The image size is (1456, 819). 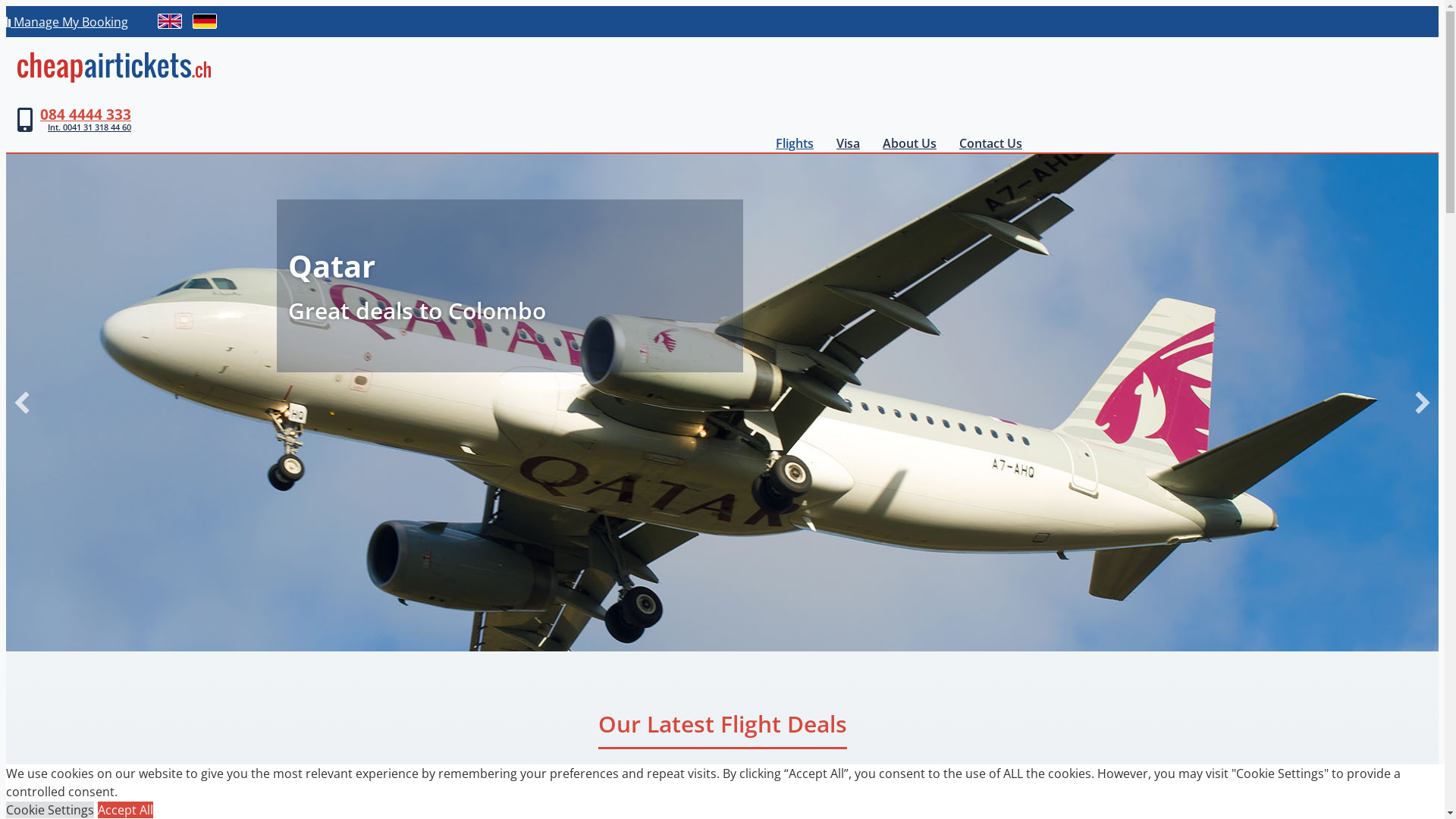 What do you see at coordinates (847, 143) in the screenshot?
I see `'Visa'` at bounding box center [847, 143].